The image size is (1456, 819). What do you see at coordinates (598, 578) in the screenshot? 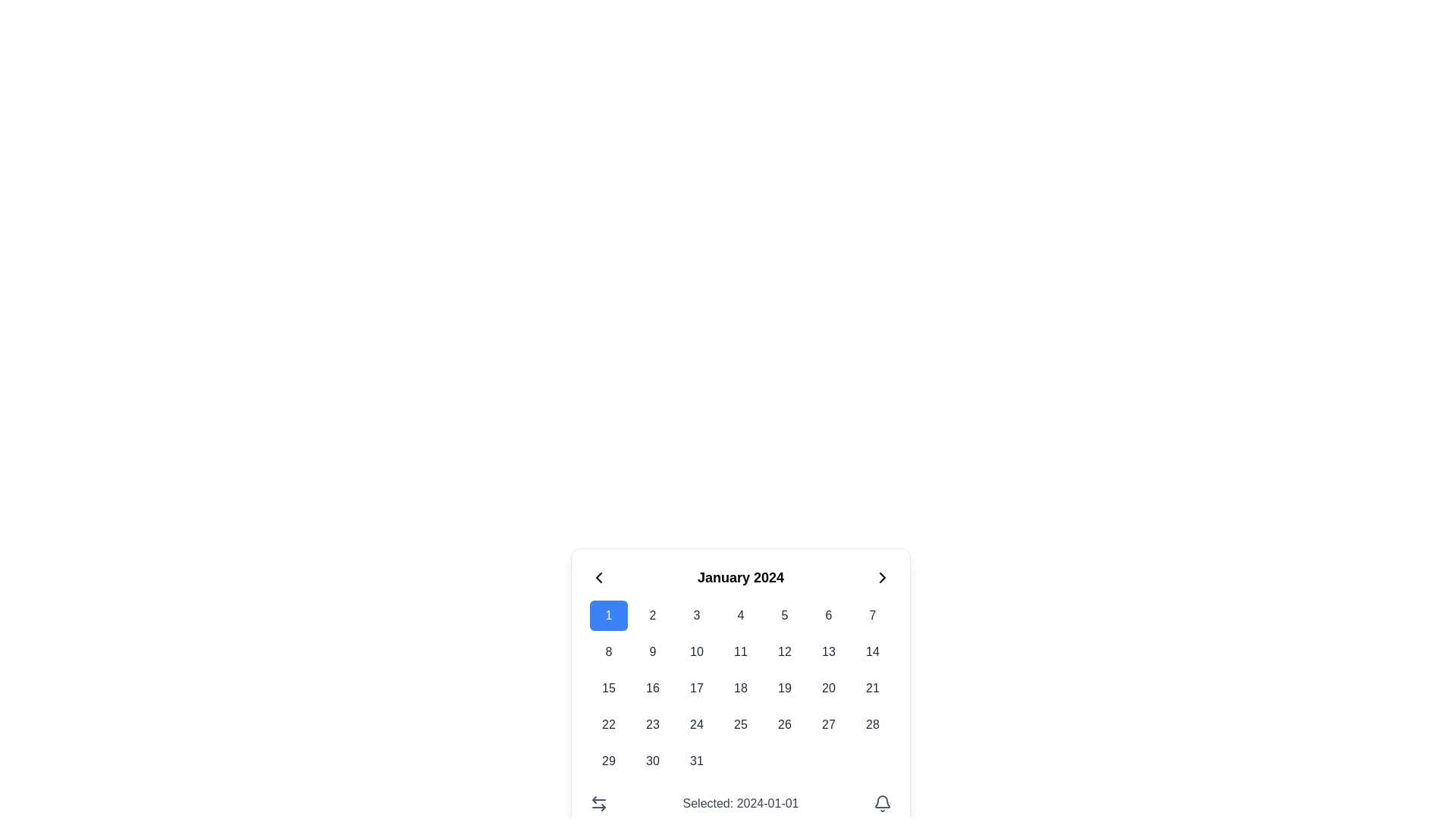
I see `the left-facing chevron arrow icon located near the top-left corner of the calendar widget` at bounding box center [598, 578].